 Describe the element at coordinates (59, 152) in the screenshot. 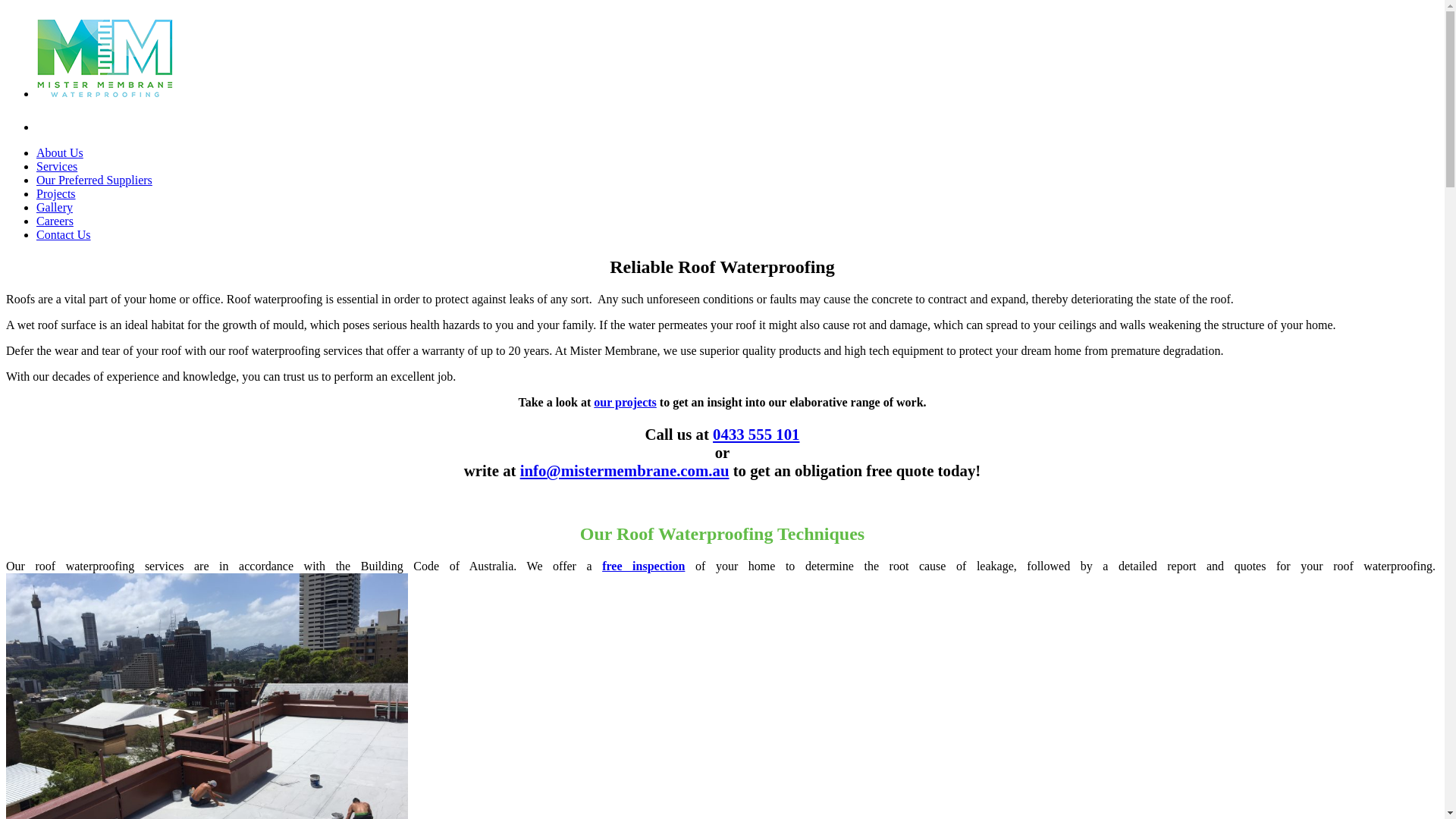

I see `'About Us'` at that location.